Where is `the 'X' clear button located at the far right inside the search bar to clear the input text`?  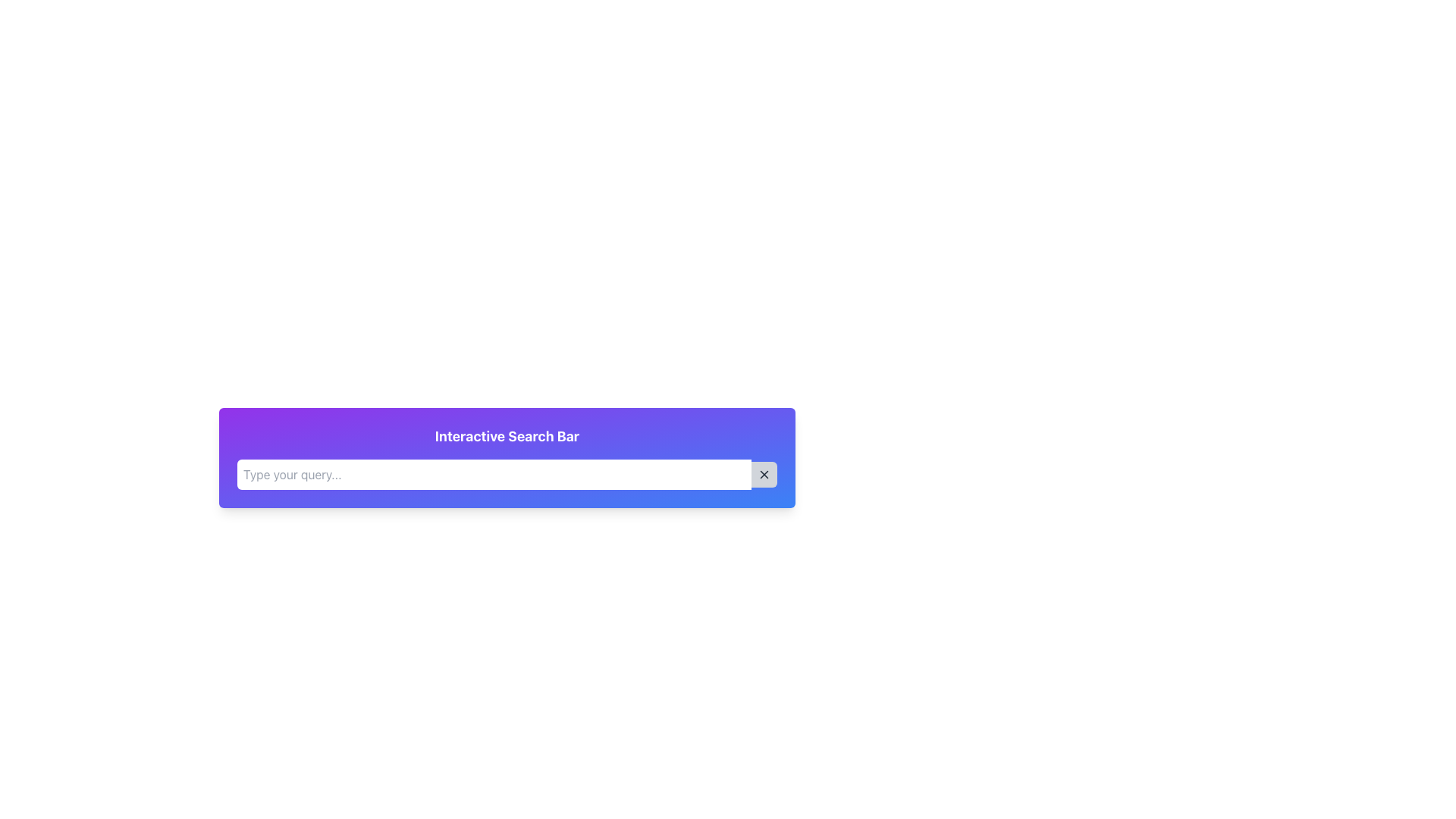
the 'X' clear button located at the far right inside the search bar to clear the input text is located at coordinates (764, 473).